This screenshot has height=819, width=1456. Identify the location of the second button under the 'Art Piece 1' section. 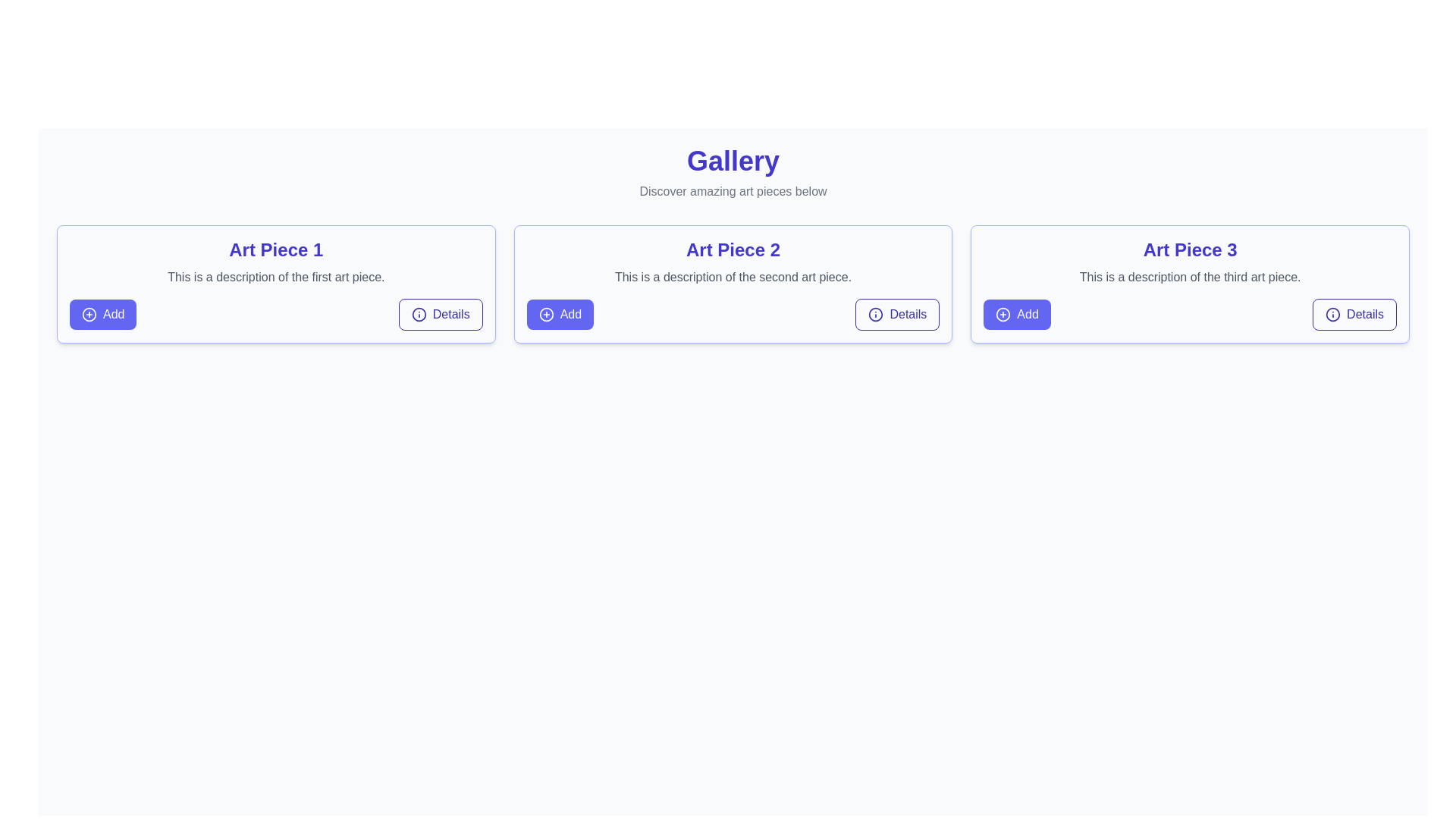
(440, 314).